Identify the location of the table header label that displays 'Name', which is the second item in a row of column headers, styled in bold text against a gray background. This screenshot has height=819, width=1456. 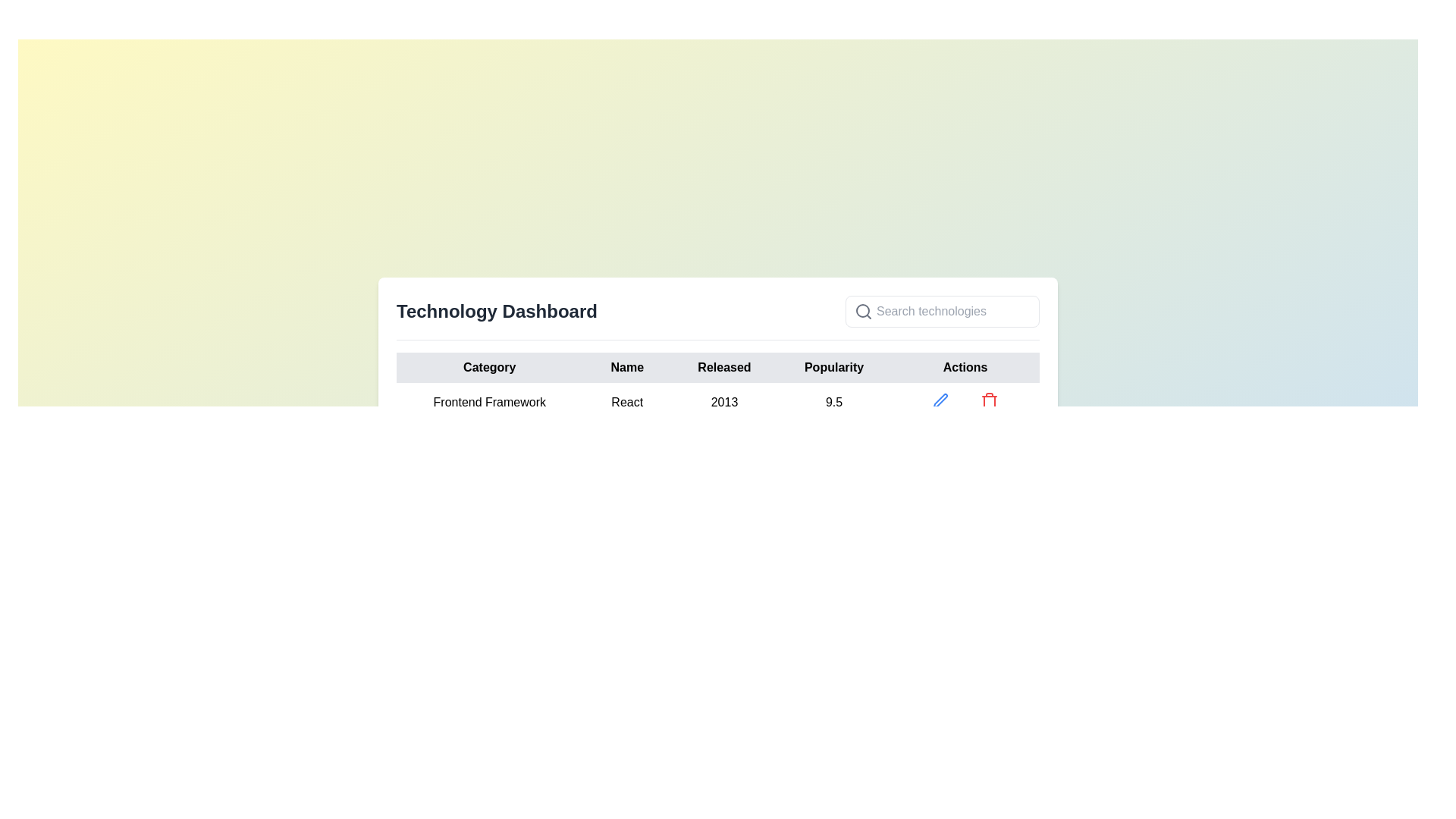
(627, 368).